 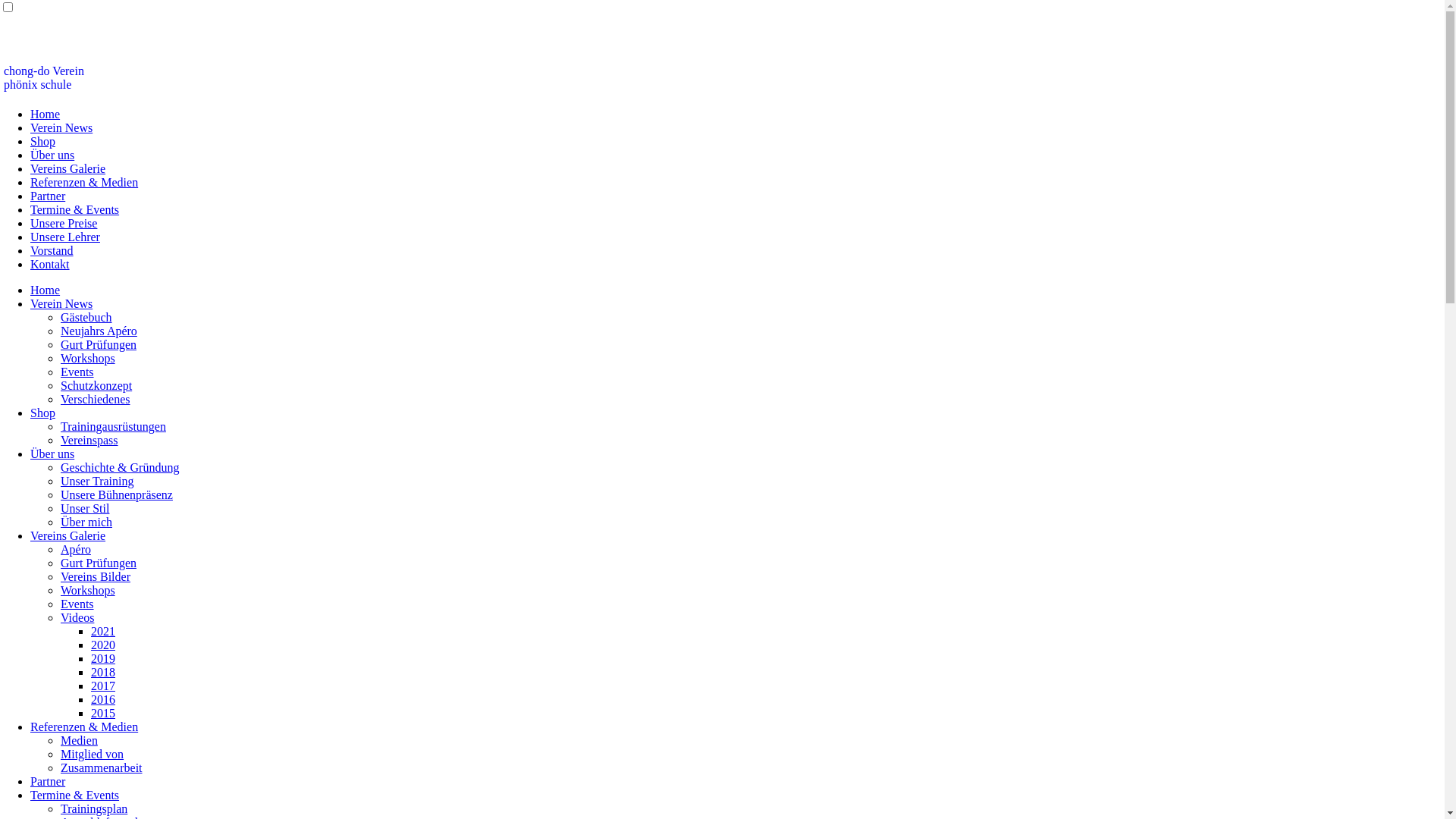 I want to click on 'Unsere Lehrer', so click(x=64, y=237).